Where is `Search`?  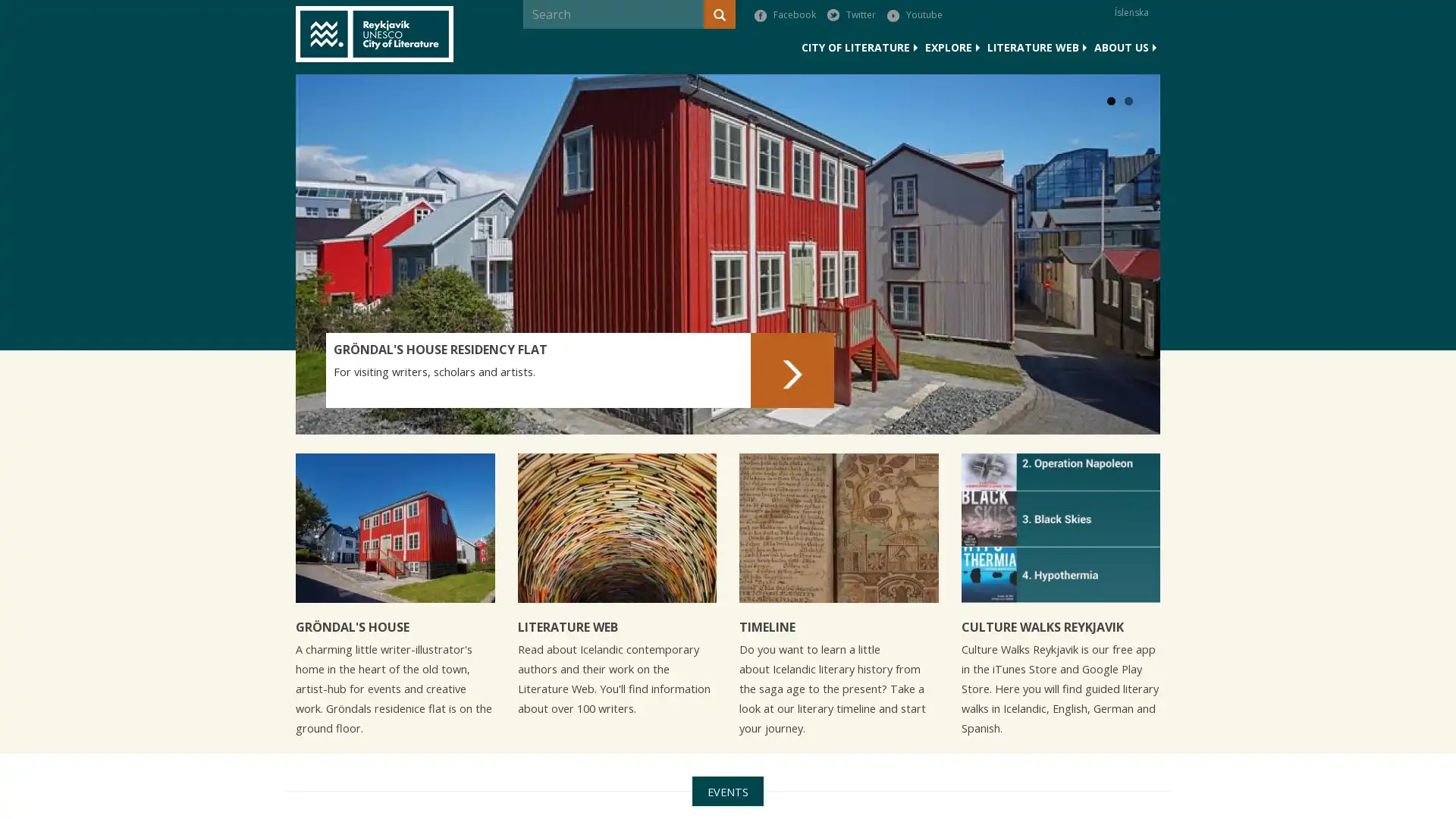
Search is located at coordinates (524, 42).